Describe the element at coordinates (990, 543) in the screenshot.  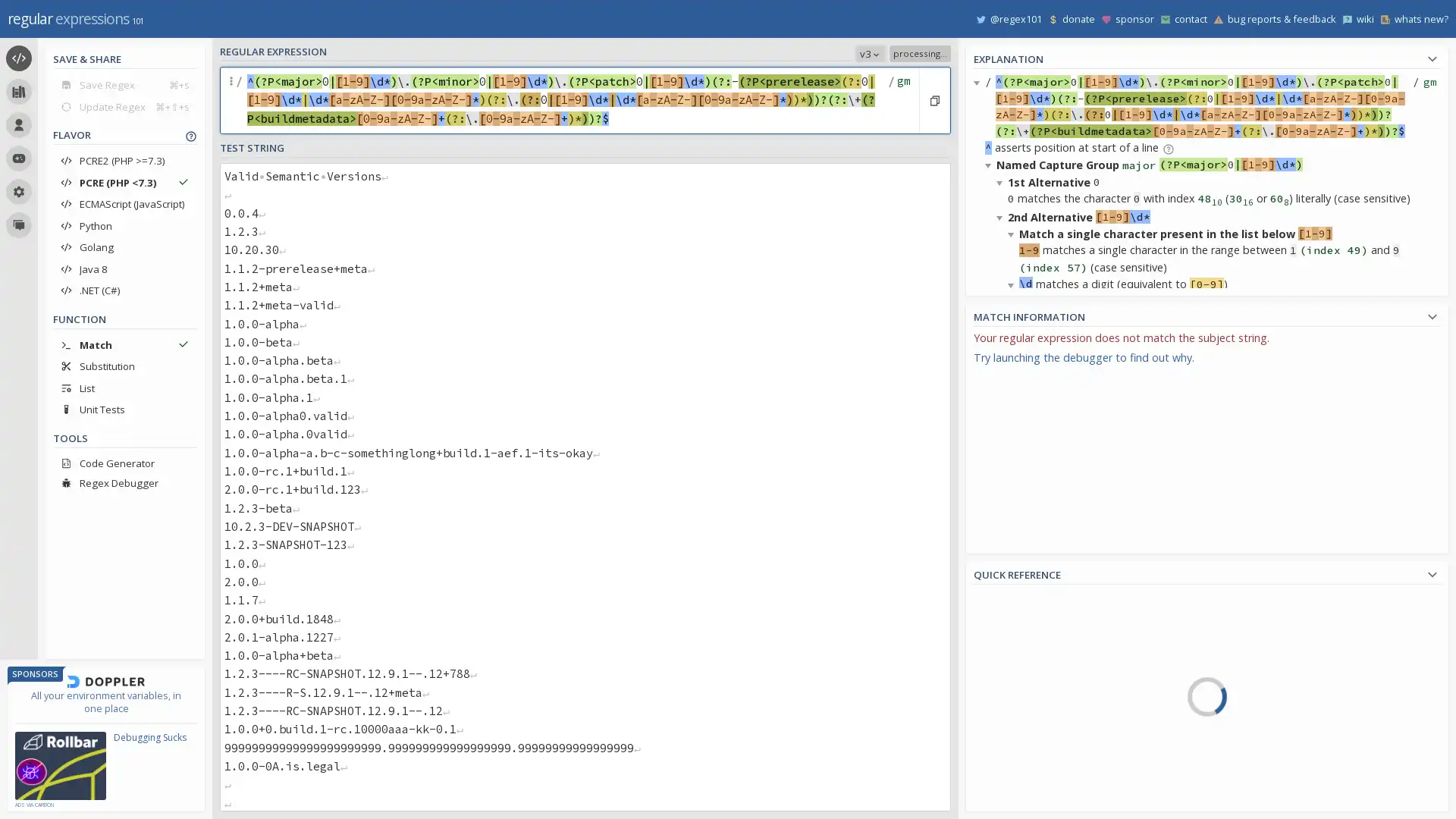
I see `Collapse Subtree` at that location.